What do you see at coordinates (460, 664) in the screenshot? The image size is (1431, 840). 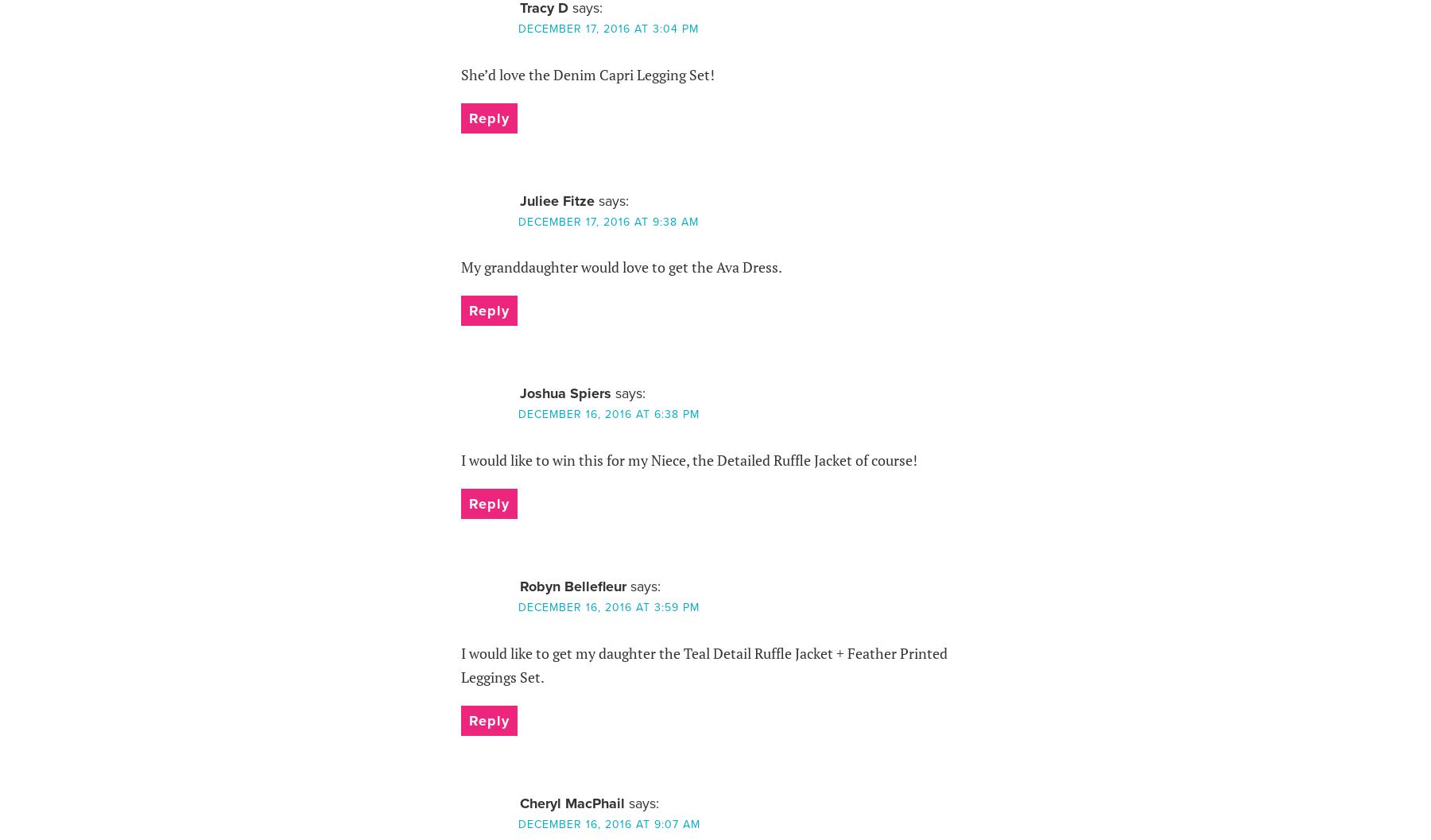 I see `'I would like to get my daughter the Teal Detail Ruffle Jacket + Feather Printed Leggings Set.'` at bounding box center [460, 664].